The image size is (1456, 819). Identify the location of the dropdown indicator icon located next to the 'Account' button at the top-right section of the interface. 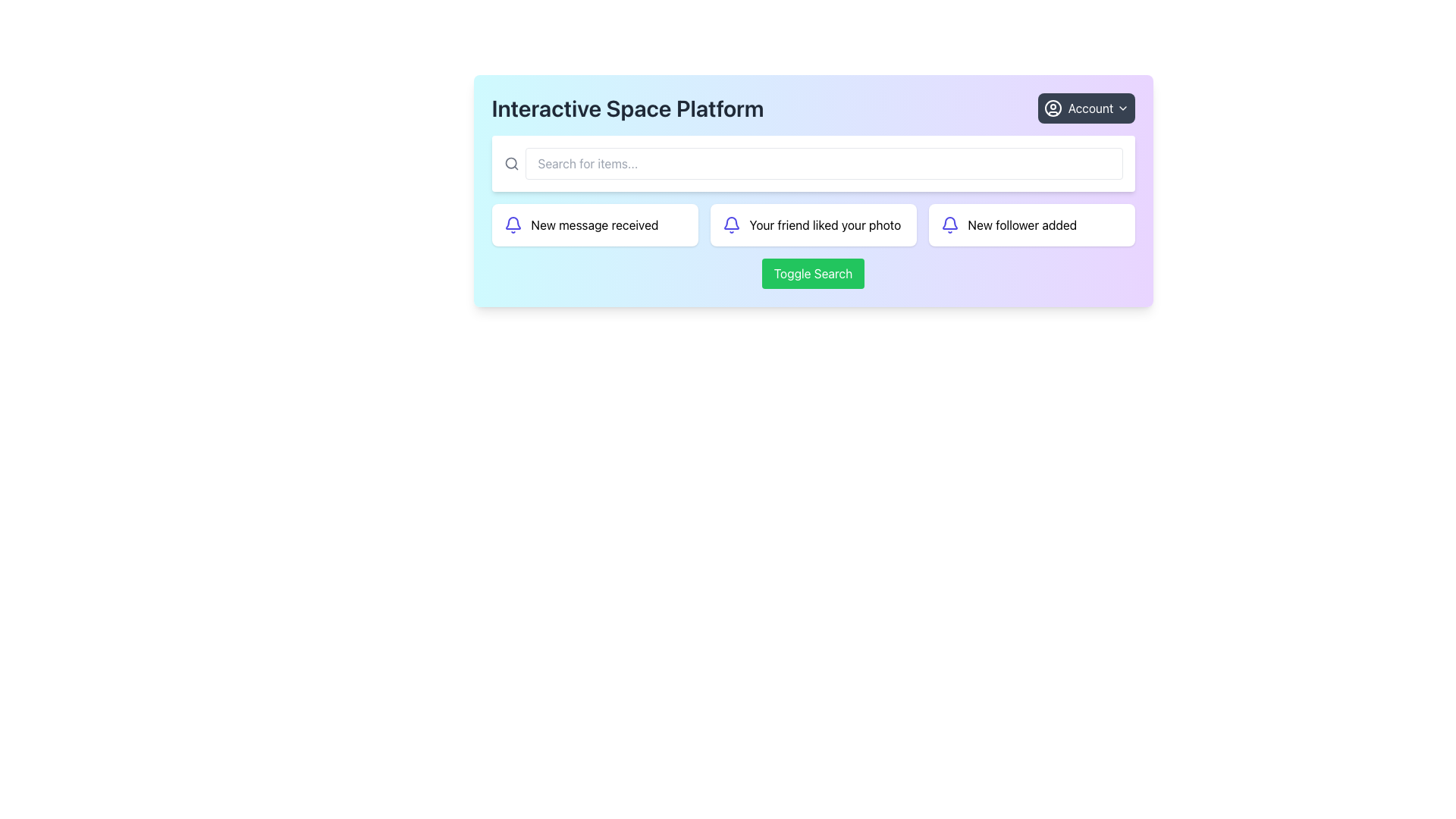
(1122, 107).